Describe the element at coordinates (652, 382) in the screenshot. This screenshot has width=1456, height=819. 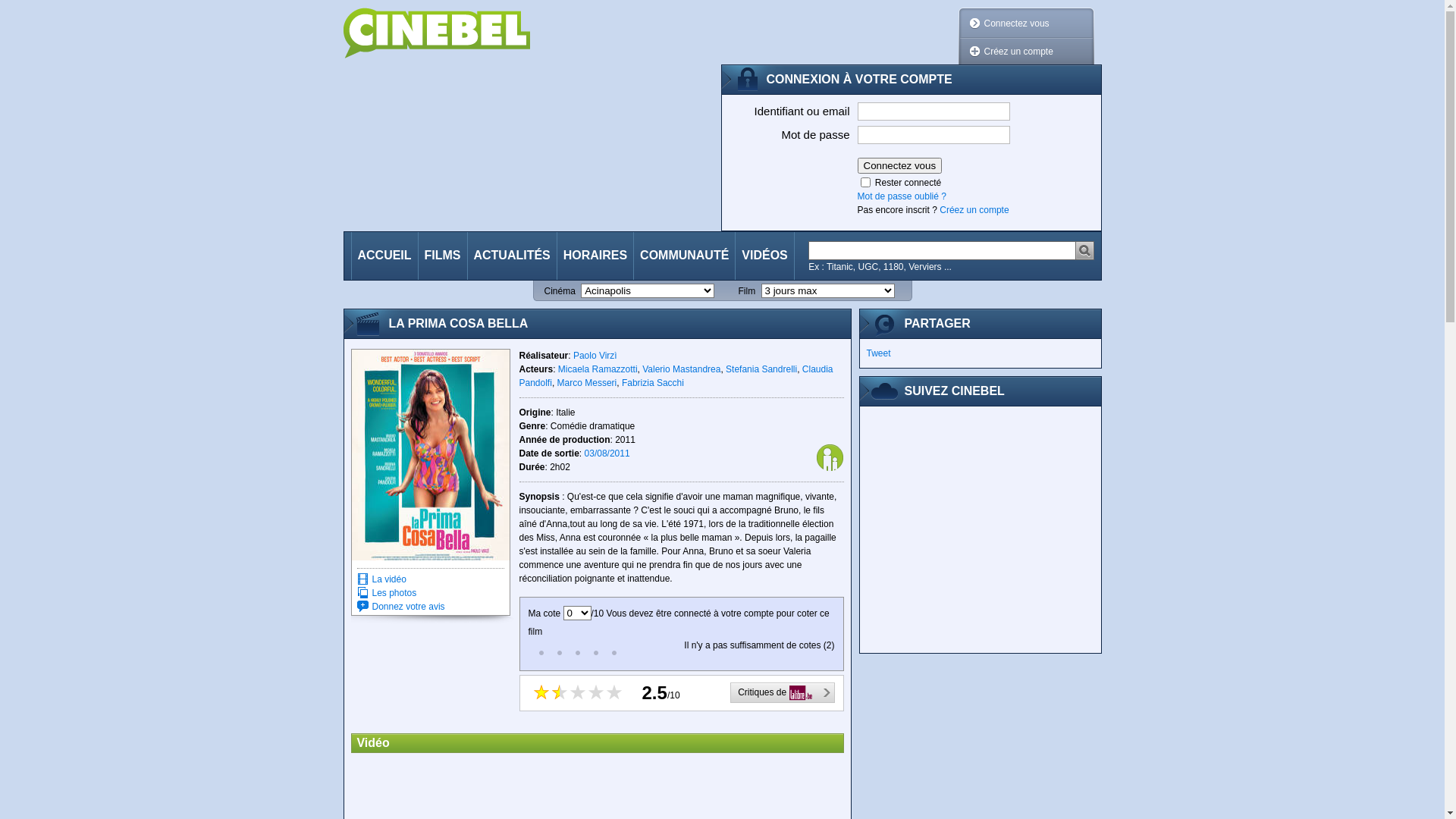
I see `'Fabrizia Sacchi'` at that location.